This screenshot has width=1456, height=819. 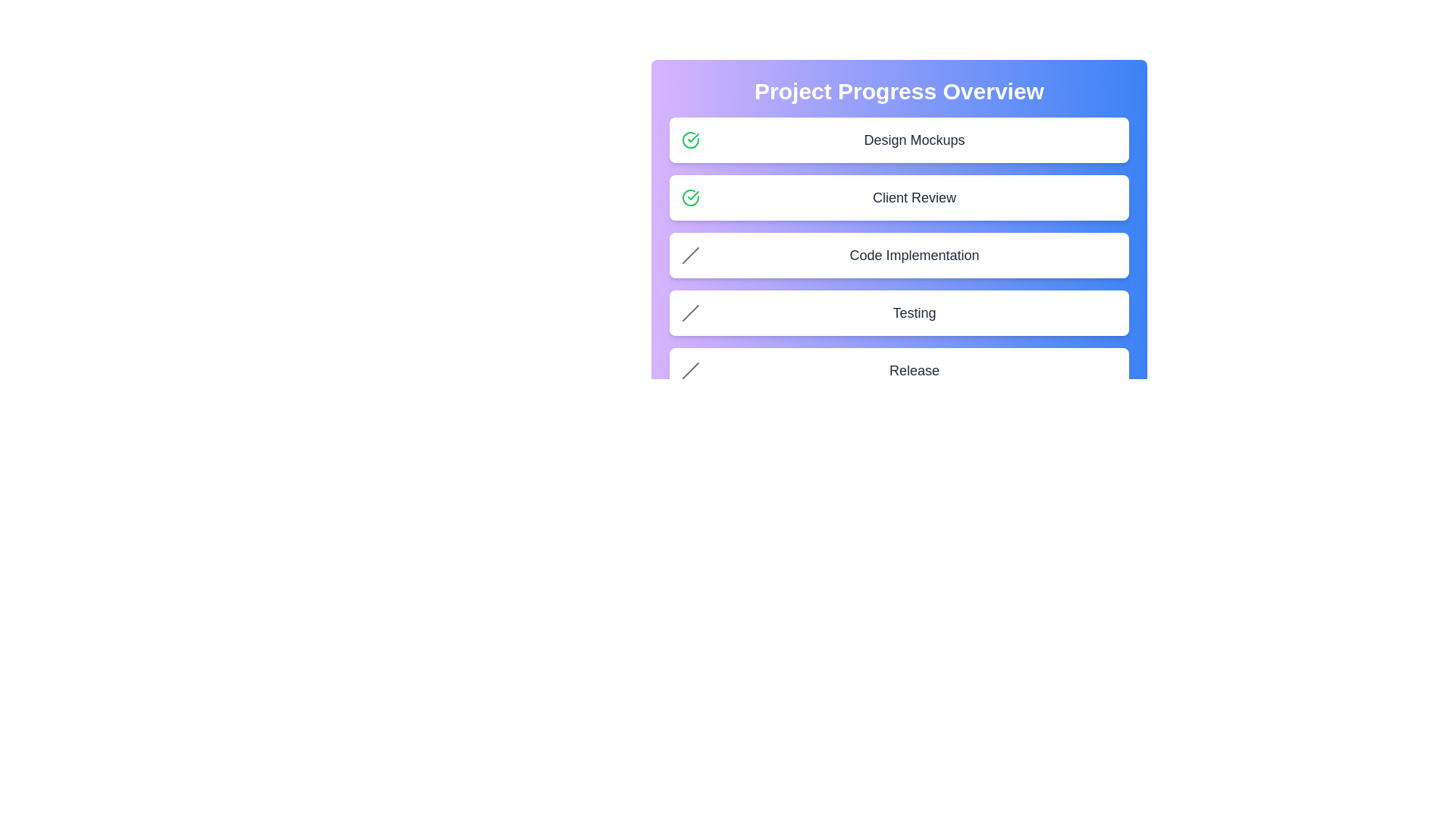 What do you see at coordinates (913, 197) in the screenshot?
I see `the 'Client Review' text label located to the right of the green checkmark icon in the second row of the project progress interface` at bounding box center [913, 197].